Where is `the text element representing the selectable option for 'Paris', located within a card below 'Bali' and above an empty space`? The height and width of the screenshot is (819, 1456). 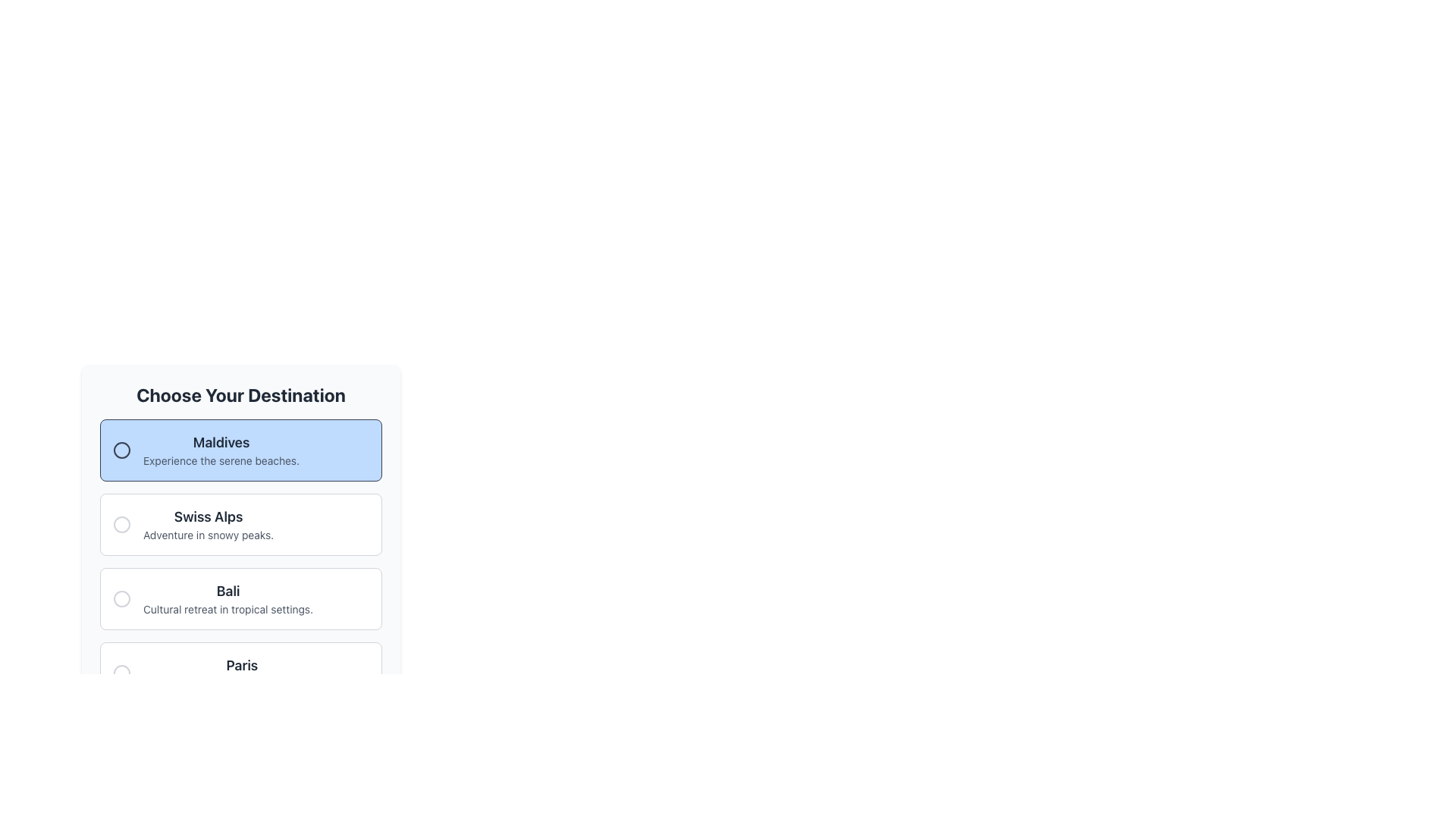 the text element representing the selectable option for 'Paris', located within a card below 'Bali' and above an empty space is located at coordinates (241, 672).